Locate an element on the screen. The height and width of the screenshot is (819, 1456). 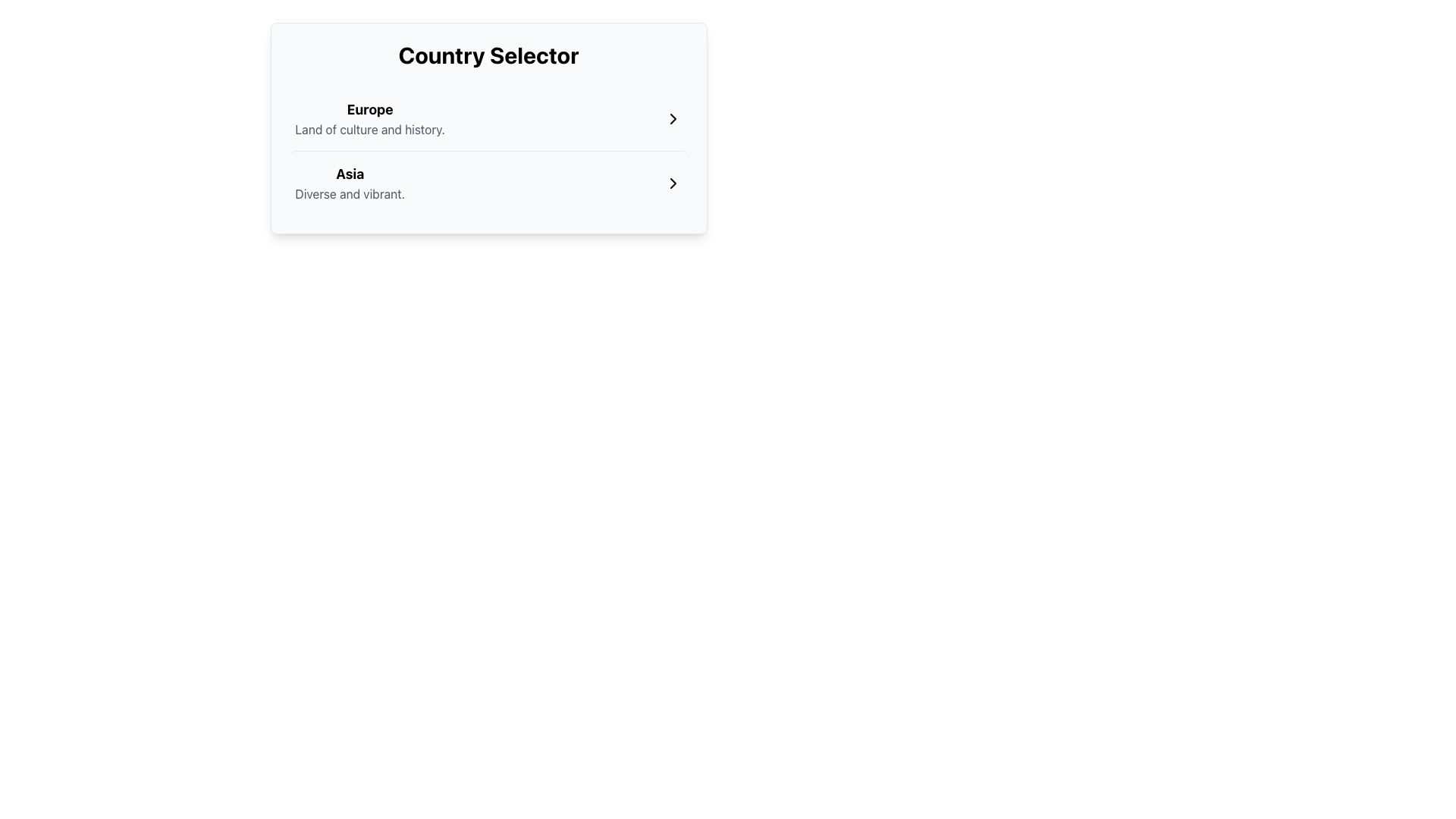
the selectable list item representing 'Asia' is located at coordinates (349, 183).